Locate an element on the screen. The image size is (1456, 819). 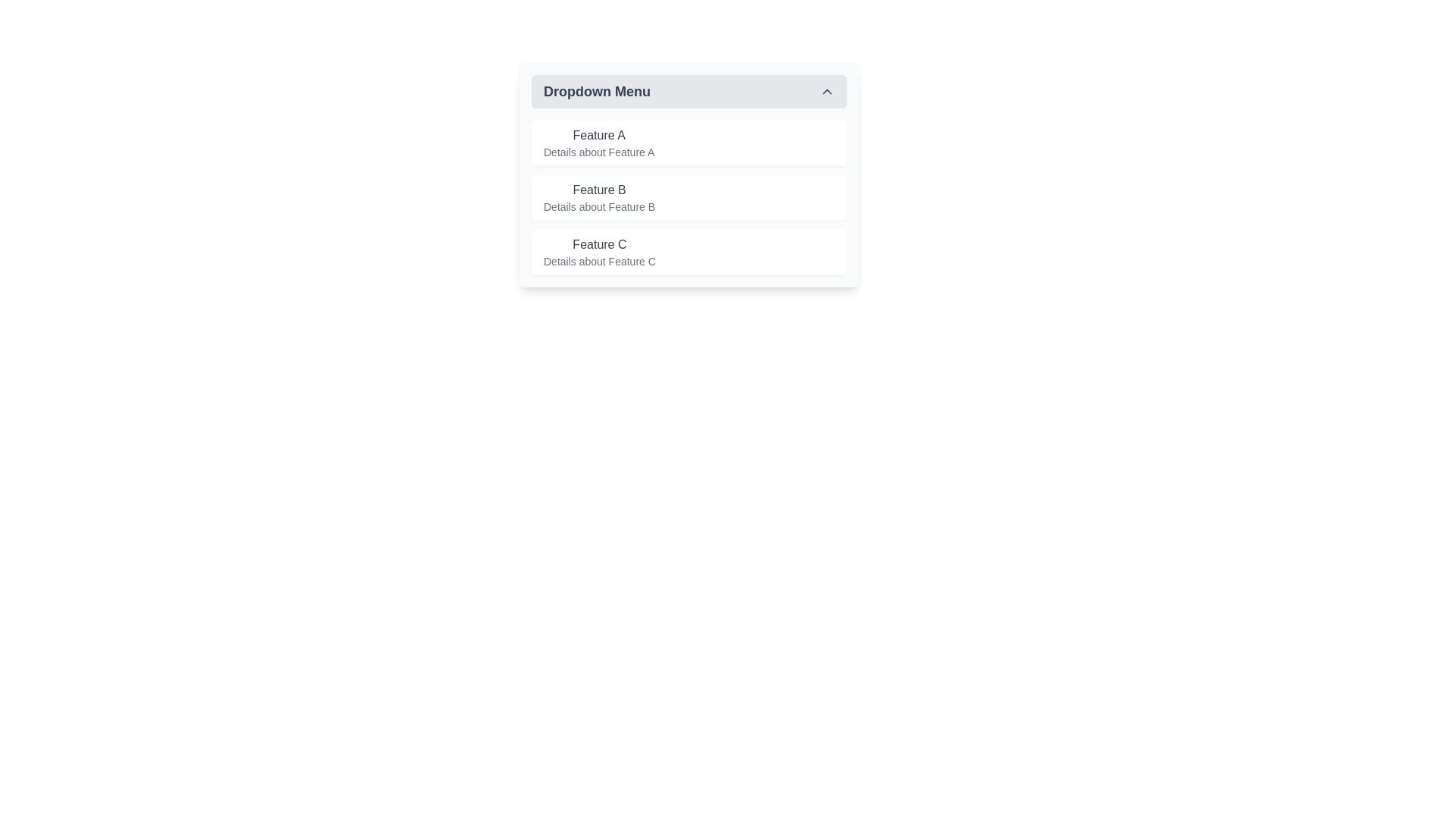
the text label displaying 'Feature C' in a dropdown menu, which is styled in dark gray or black and positioned above the details about the feature is located at coordinates (598, 244).